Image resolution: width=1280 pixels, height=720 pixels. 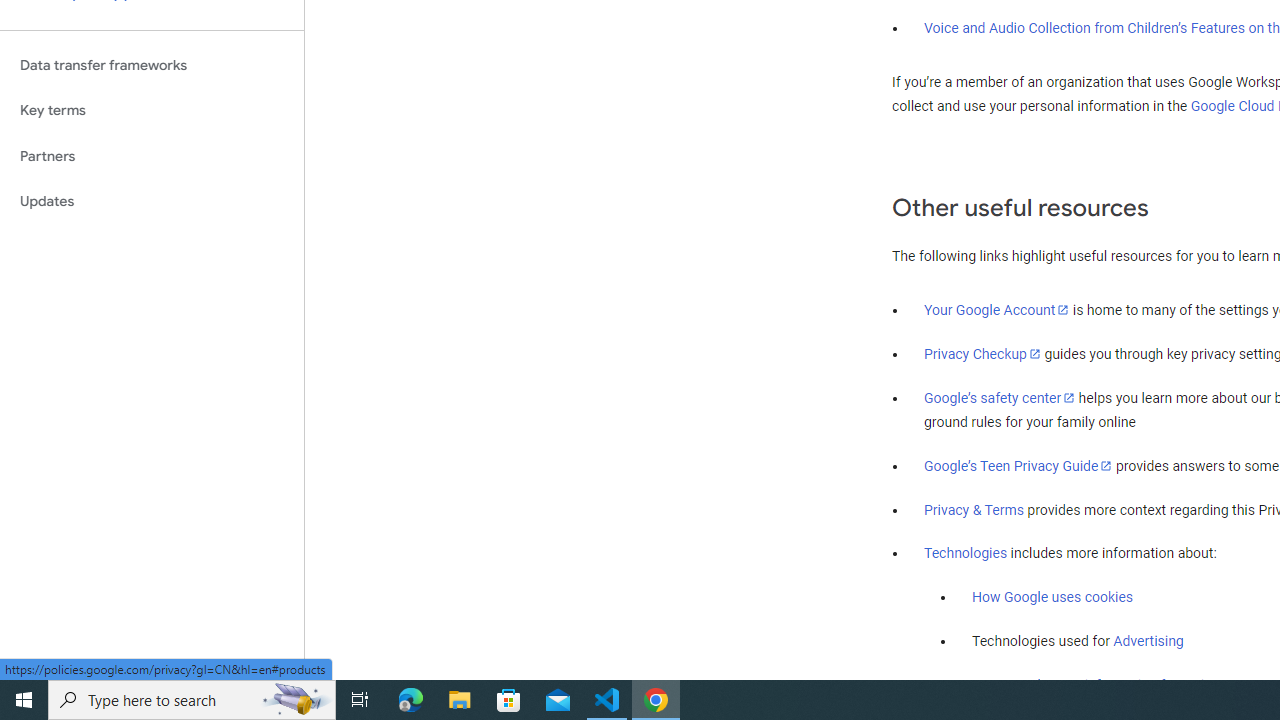 I want to click on 'Your Google Account', so click(x=997, y=309).